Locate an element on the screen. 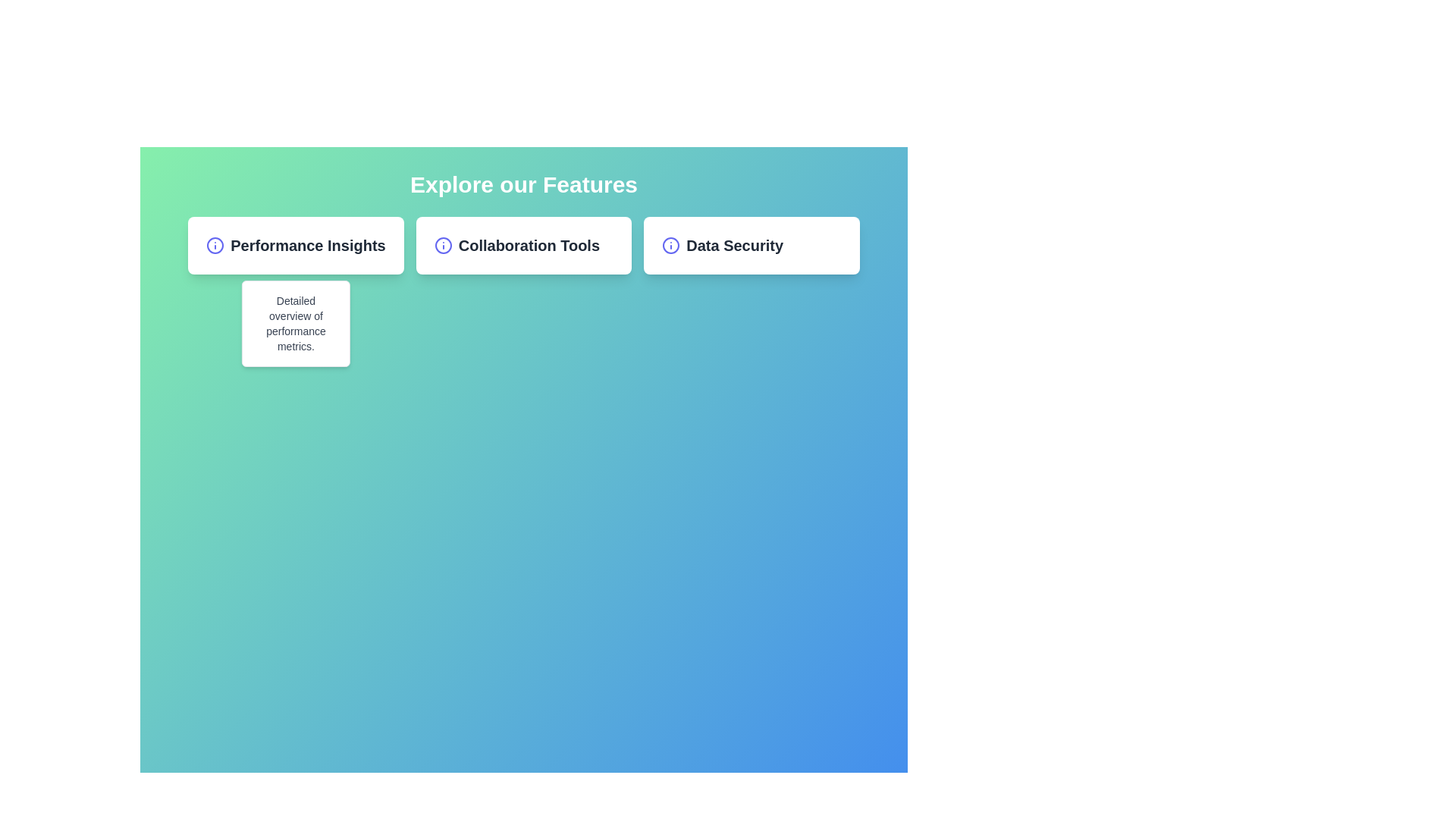  'Data Security' text label with an information icon located in the rightmost card under 'Explore our Features.' is located at coordinates (752, 245).